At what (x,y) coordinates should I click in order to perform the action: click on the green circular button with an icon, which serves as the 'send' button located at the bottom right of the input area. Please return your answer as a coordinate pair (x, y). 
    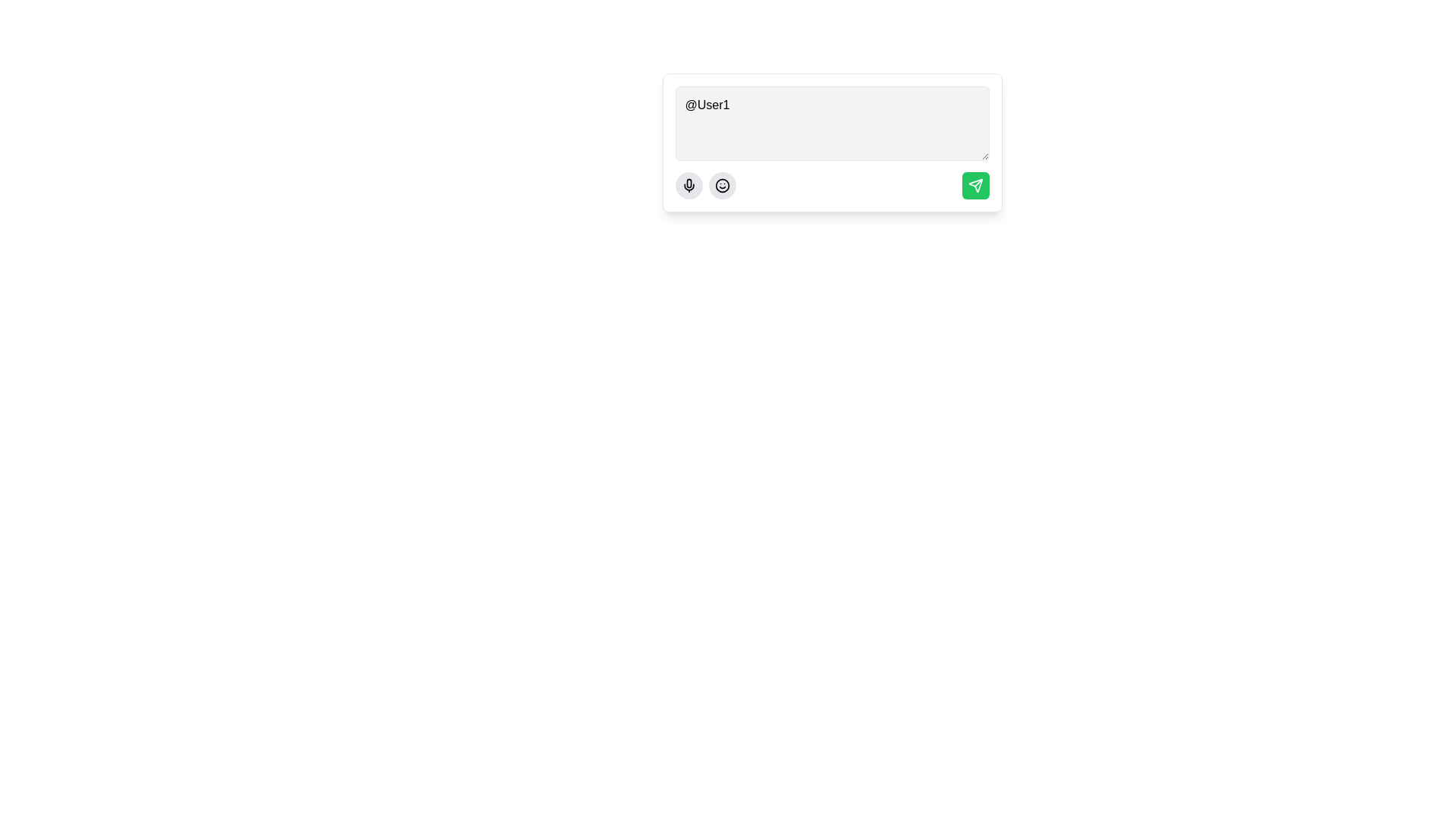
    Looking at the image, I should click on (975, 185).